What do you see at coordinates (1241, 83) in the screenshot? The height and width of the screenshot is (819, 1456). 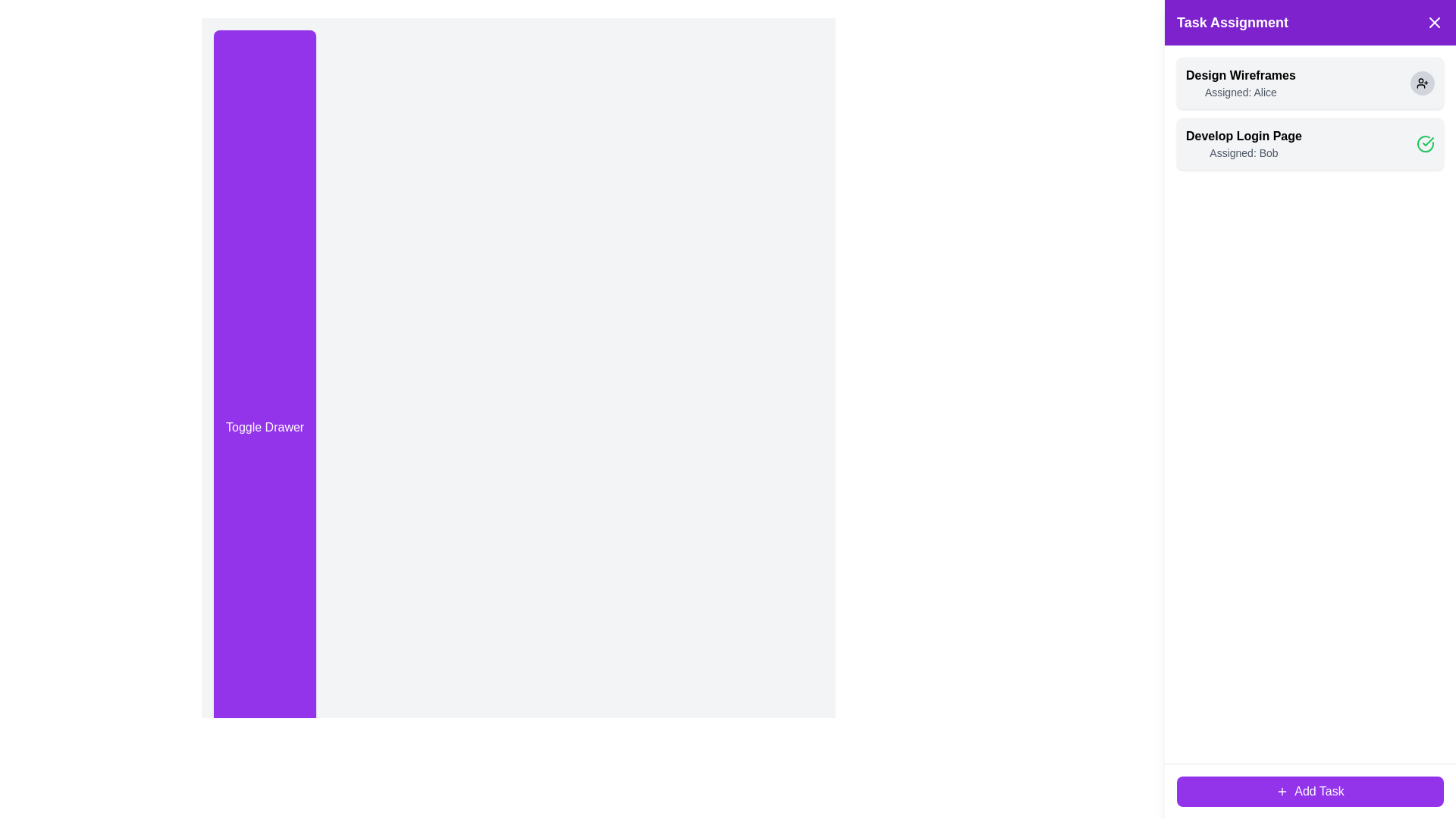 I see `the task preview card titled 'Design Wireframes' assigned` at bounding box center [1241, 83].